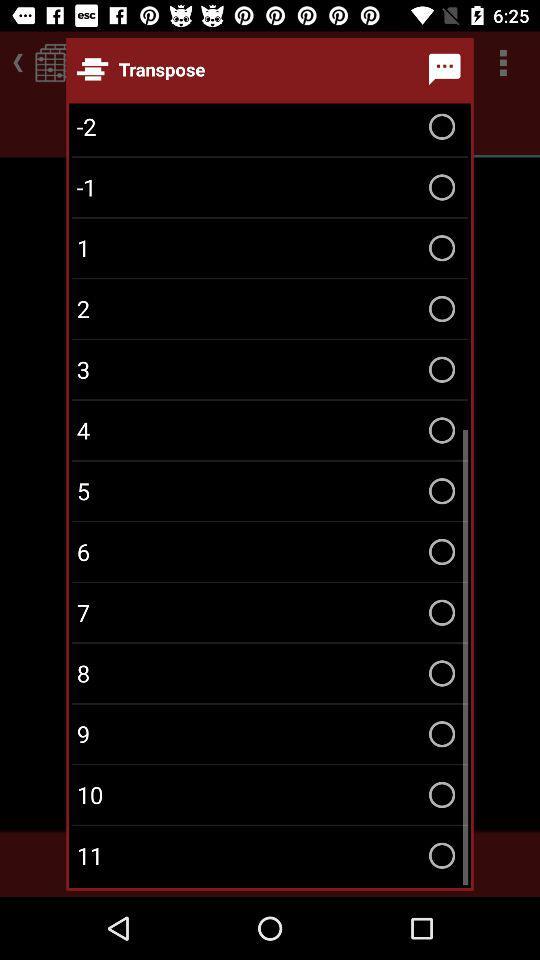 The image size is (540, 960). I want to click on the item below the 8, so click(270, 733).